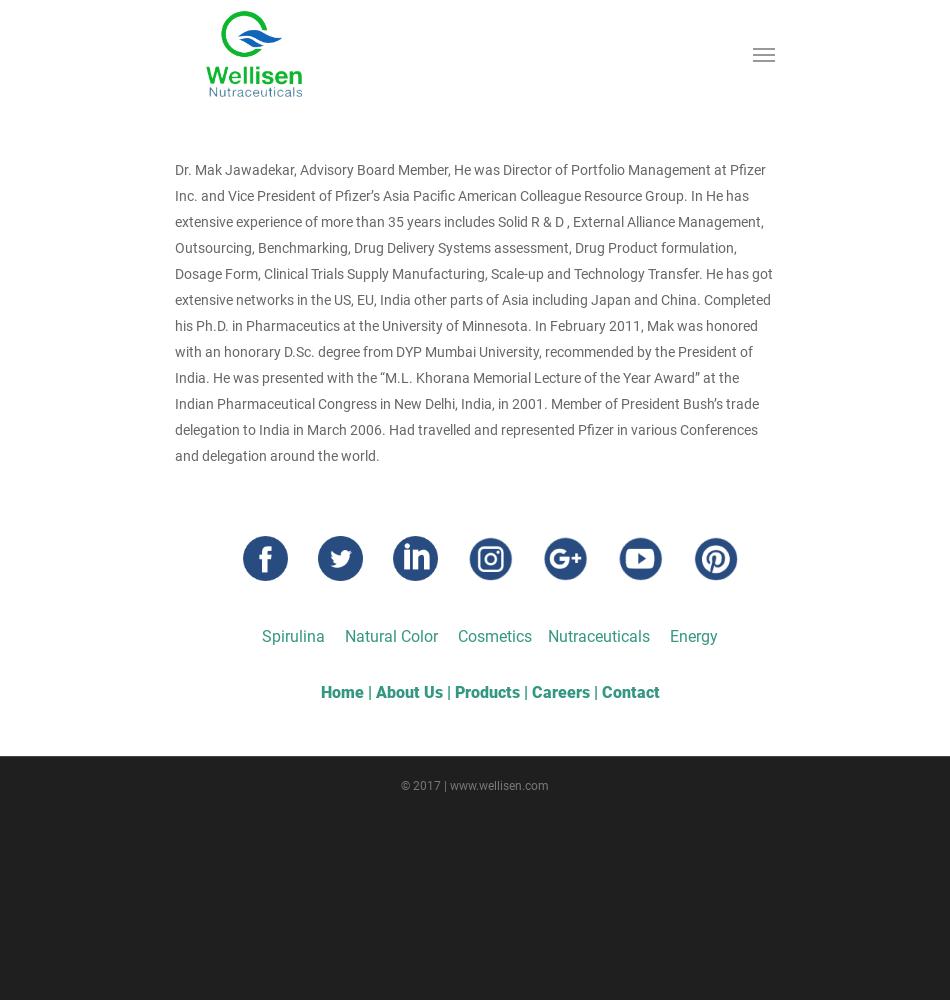 This screenshot has height=1000, width=950. I want to click on 'Energy', so click(670, 636).